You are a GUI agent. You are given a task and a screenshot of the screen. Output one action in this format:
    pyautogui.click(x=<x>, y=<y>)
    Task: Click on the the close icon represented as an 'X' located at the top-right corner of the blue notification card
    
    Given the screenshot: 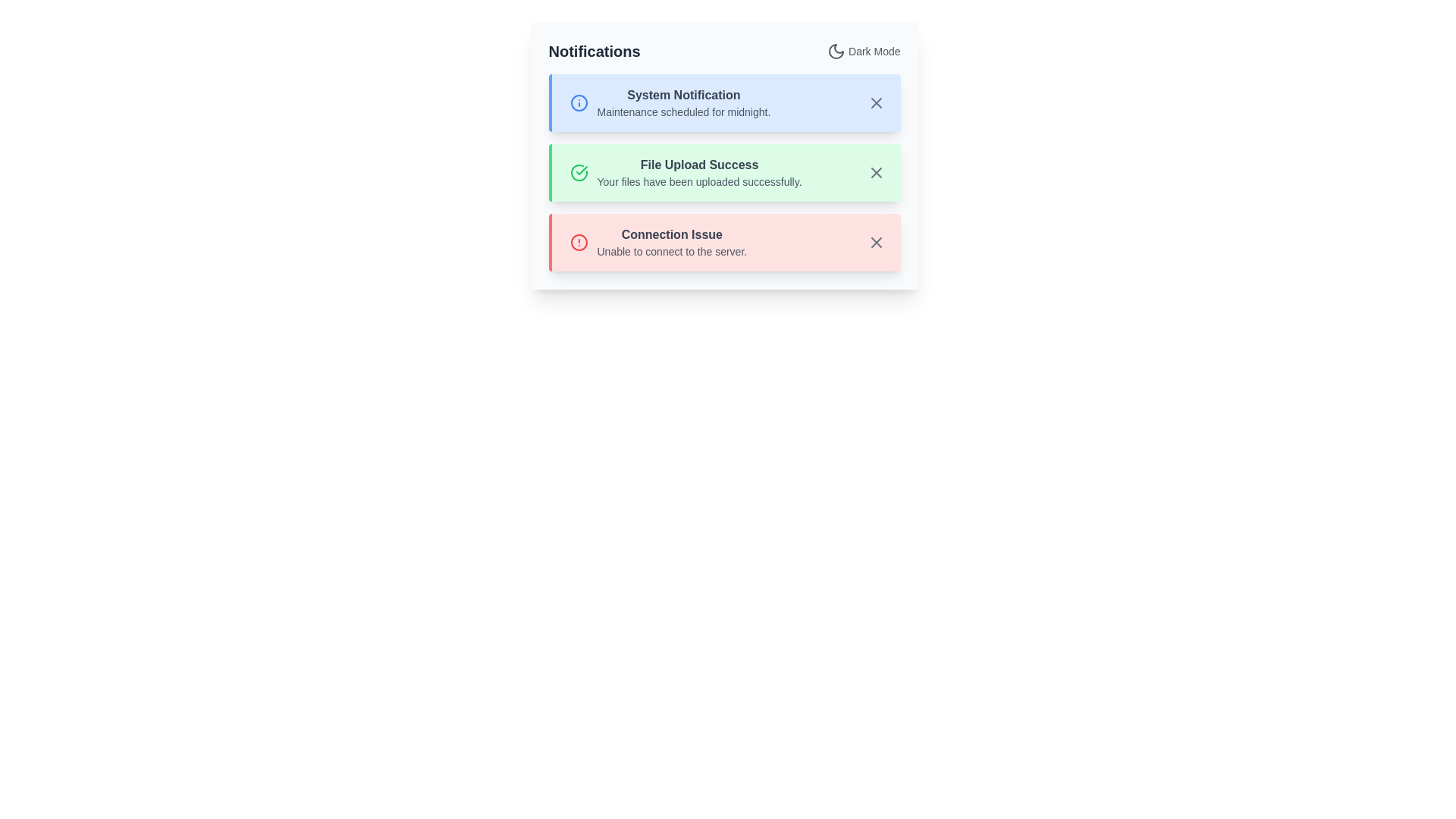 What is the action you would take?
    pyautogui.click(x=876, y=102)
    